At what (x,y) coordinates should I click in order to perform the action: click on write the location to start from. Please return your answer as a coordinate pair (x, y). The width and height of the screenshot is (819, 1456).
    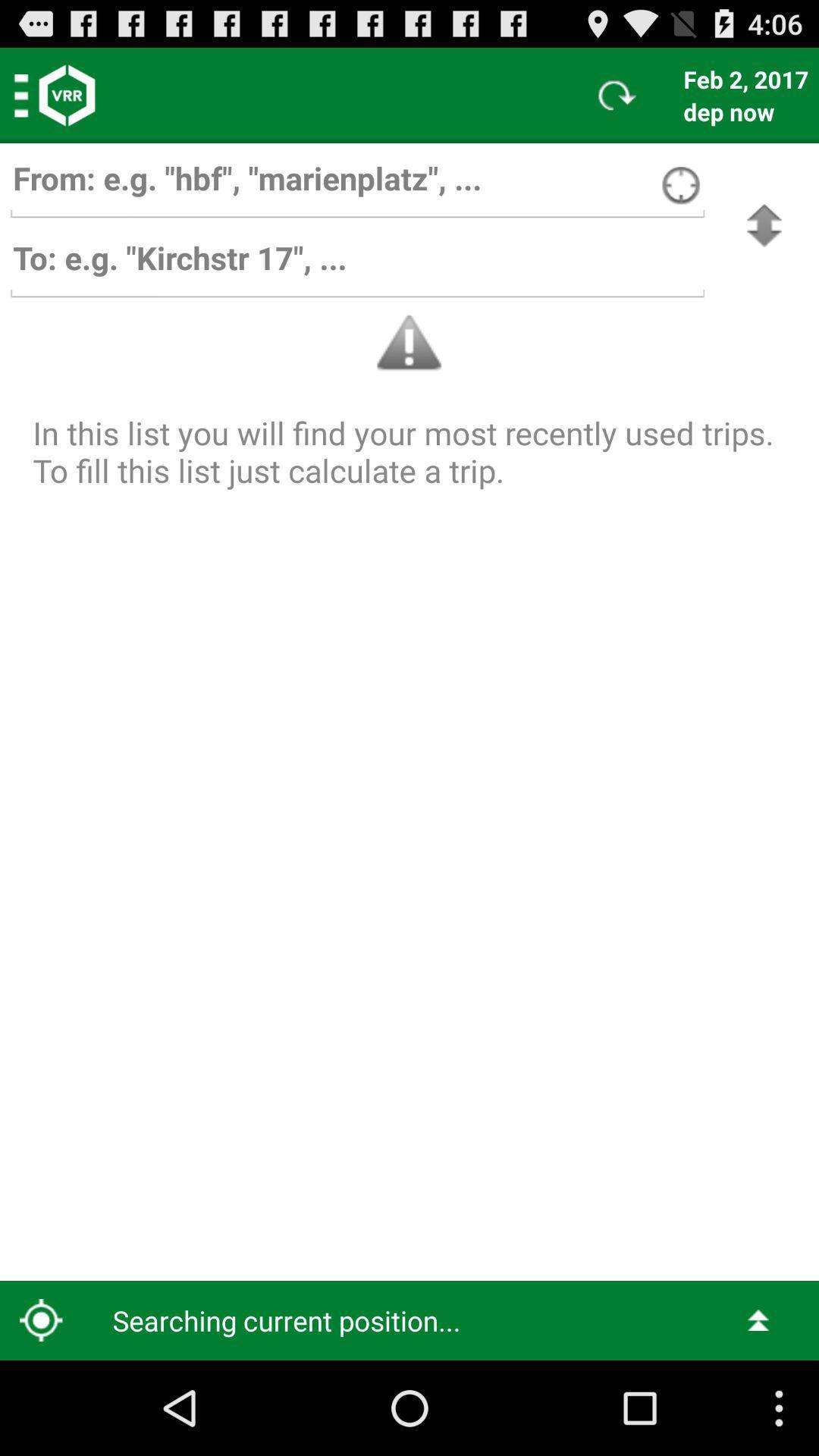
    Looking at the image, I should click on (357, 185).